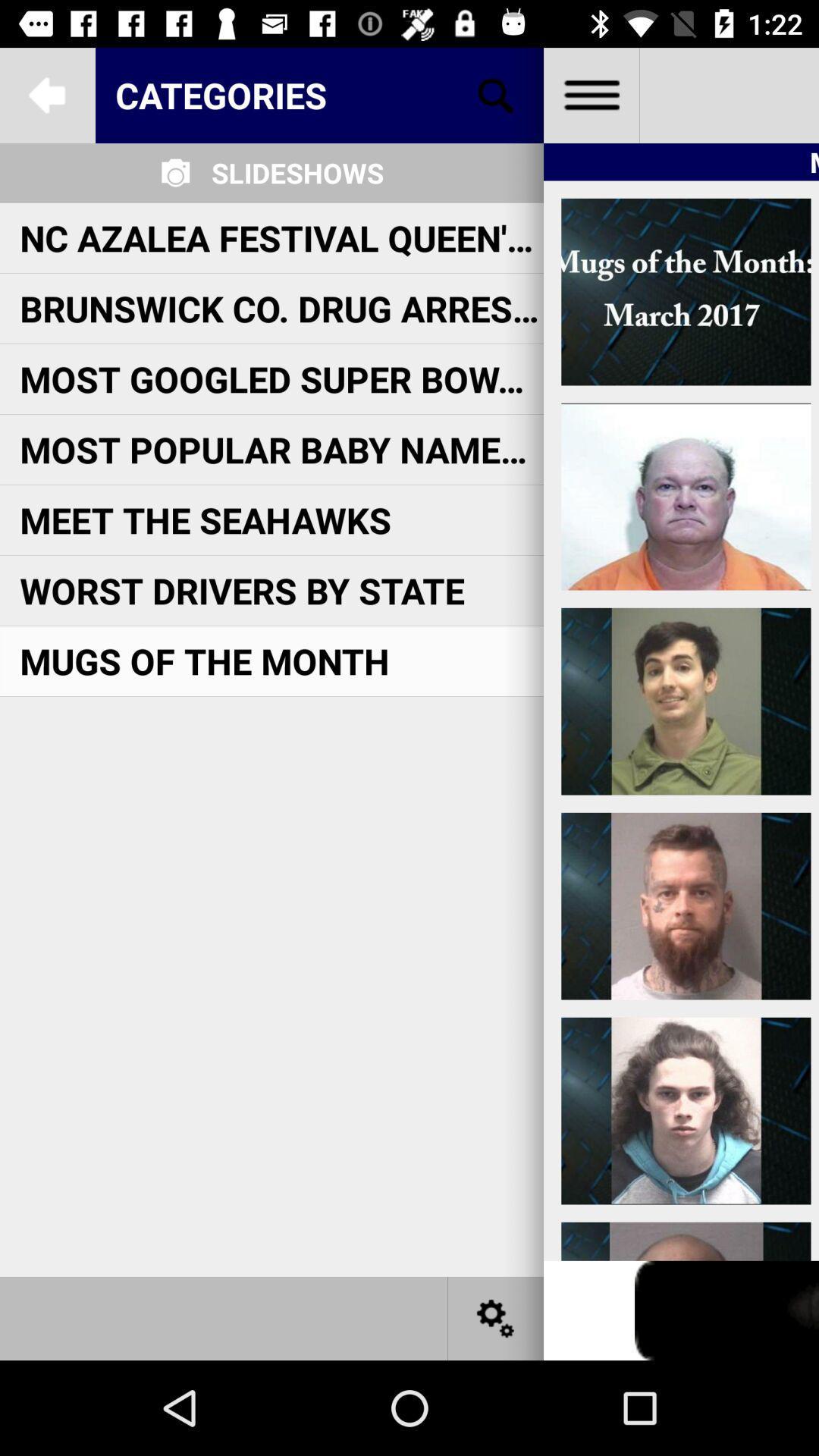  Describe the element at coordinates (46, 94) in the screenshot. I see `the arrow_backward icon` at that location.